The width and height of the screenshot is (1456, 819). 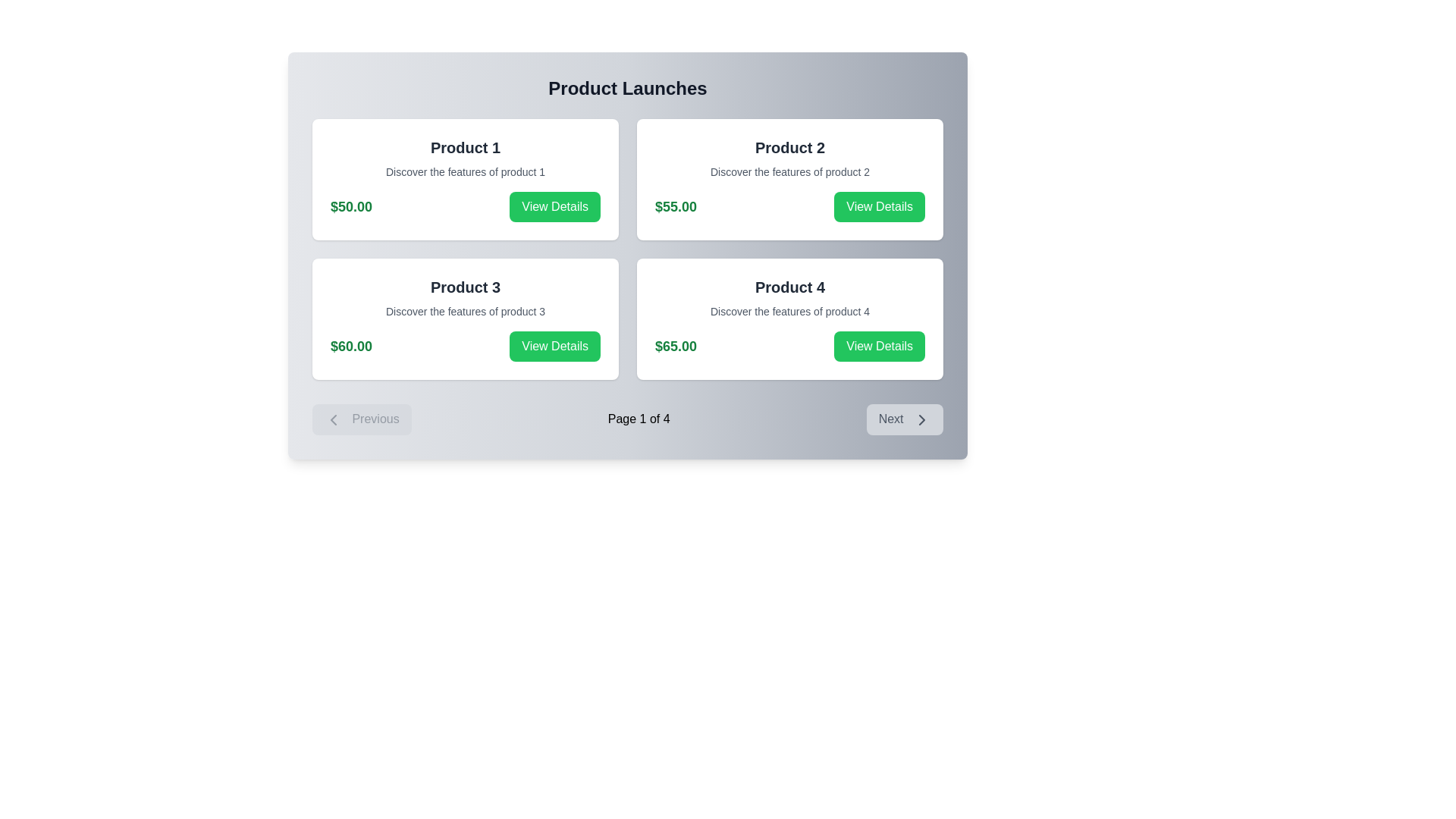 I want to click on bold green text label displaying the amount '$65.00' located in the 'Product 4' section, aligned to the left of the 'View Details' button, so click(x=675, y=346).